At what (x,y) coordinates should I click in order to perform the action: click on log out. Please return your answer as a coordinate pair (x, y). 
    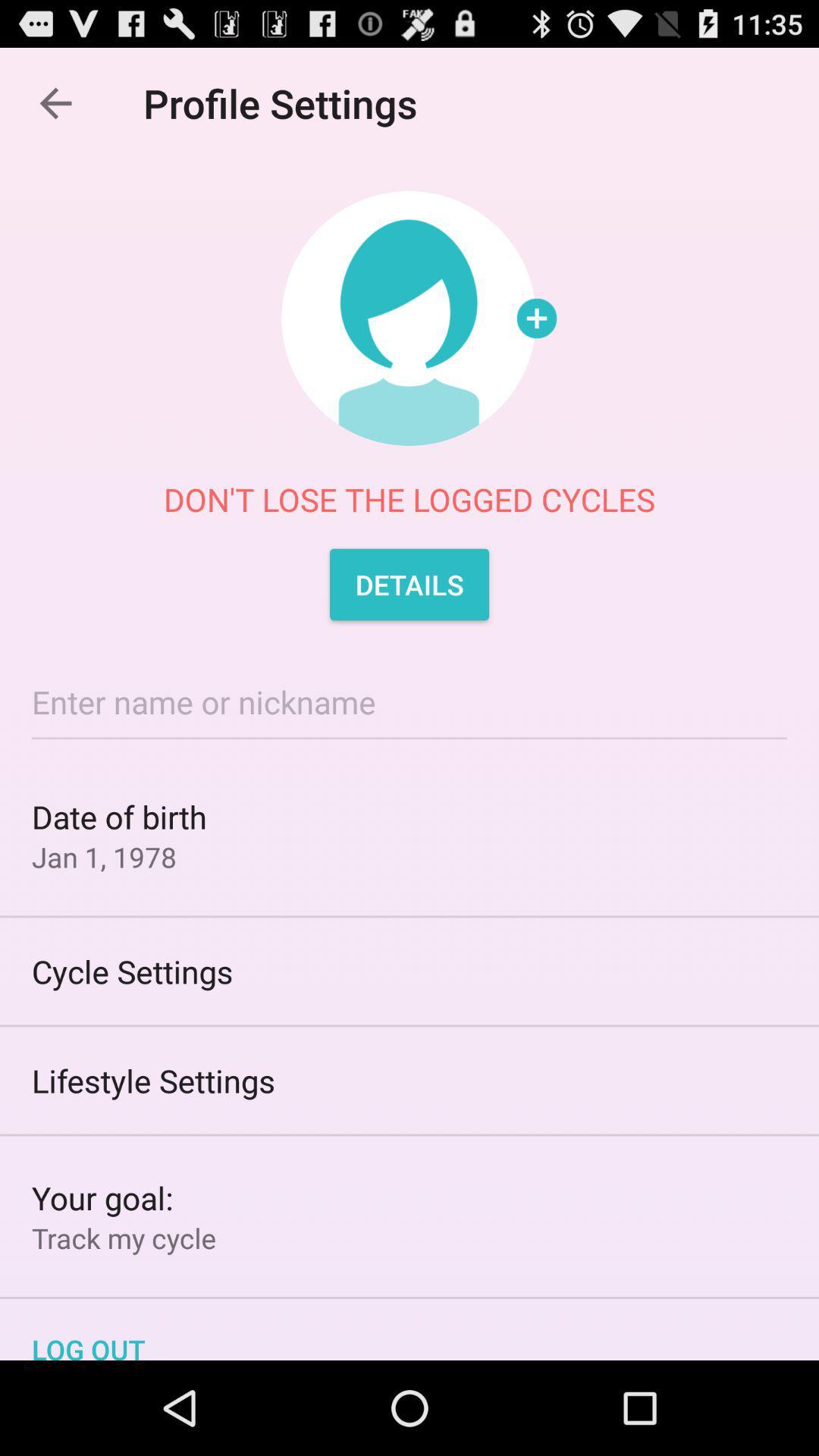
    Looking at the image, I should click on (409, 1329).